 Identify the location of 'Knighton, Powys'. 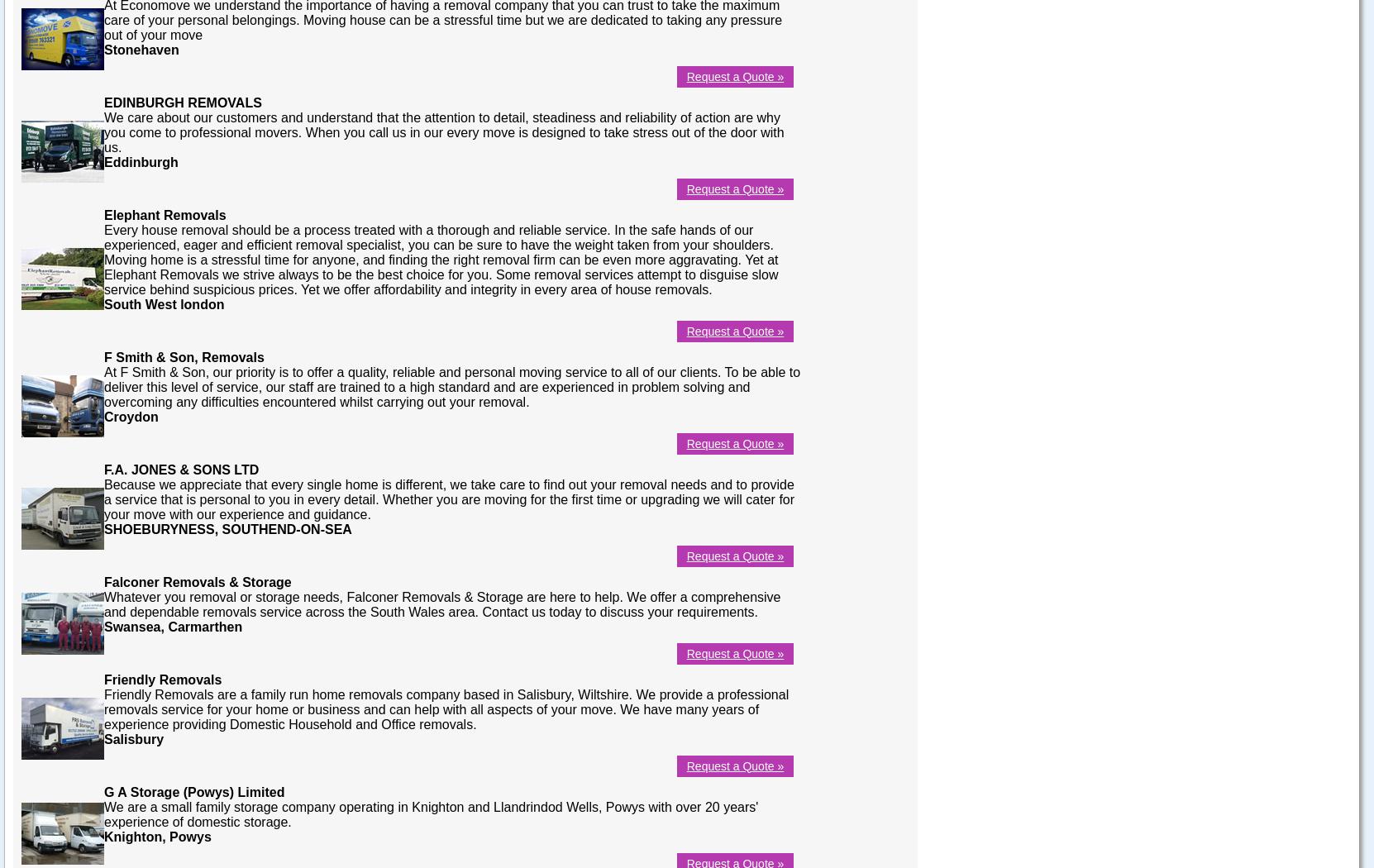
(156, 836).